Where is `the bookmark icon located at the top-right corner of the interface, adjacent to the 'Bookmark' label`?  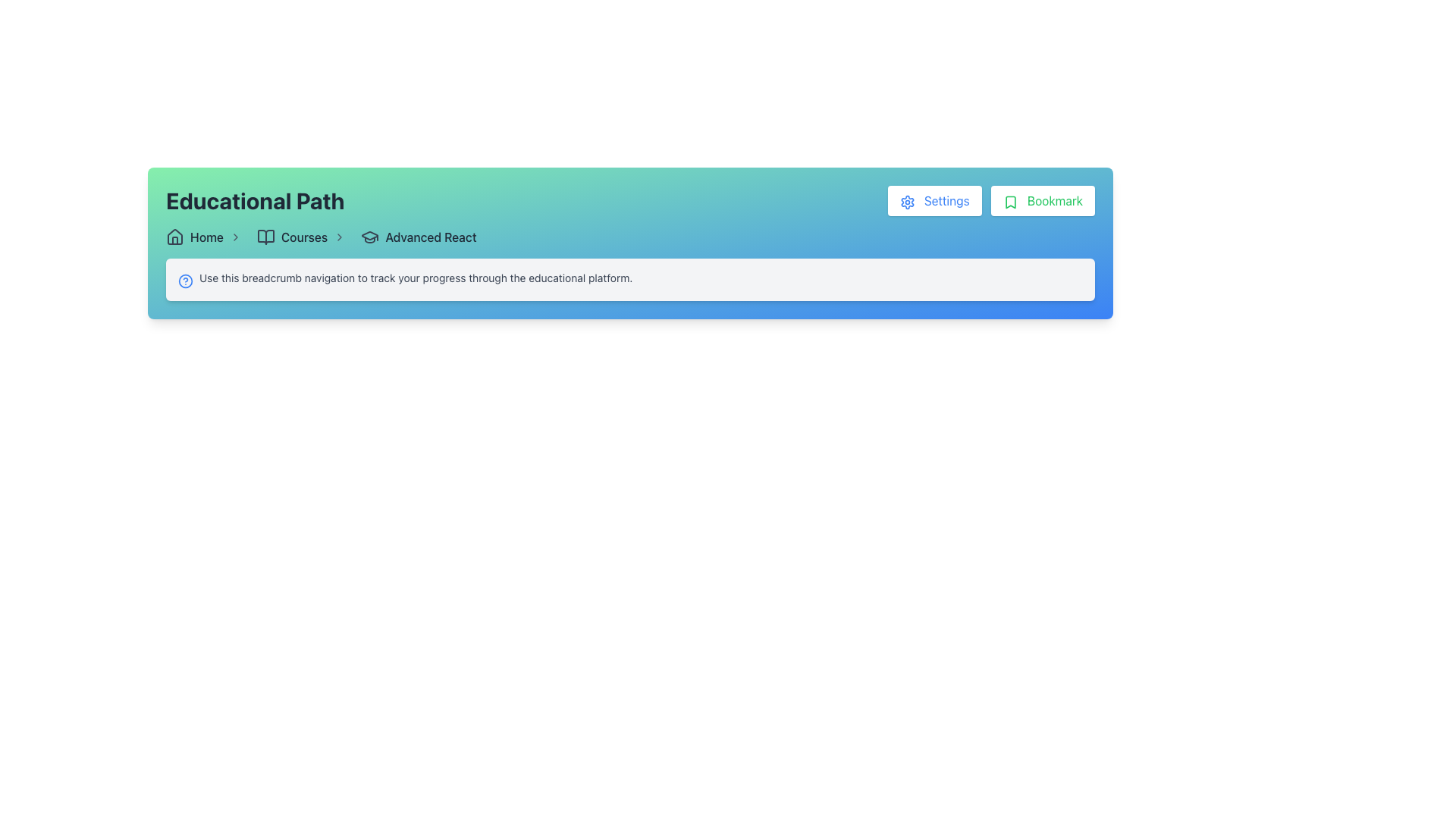
the bookmark icon located at the top-right corner of the interface, adjacent to the 'Bookmark' label is located at coordinates (1009, 201).